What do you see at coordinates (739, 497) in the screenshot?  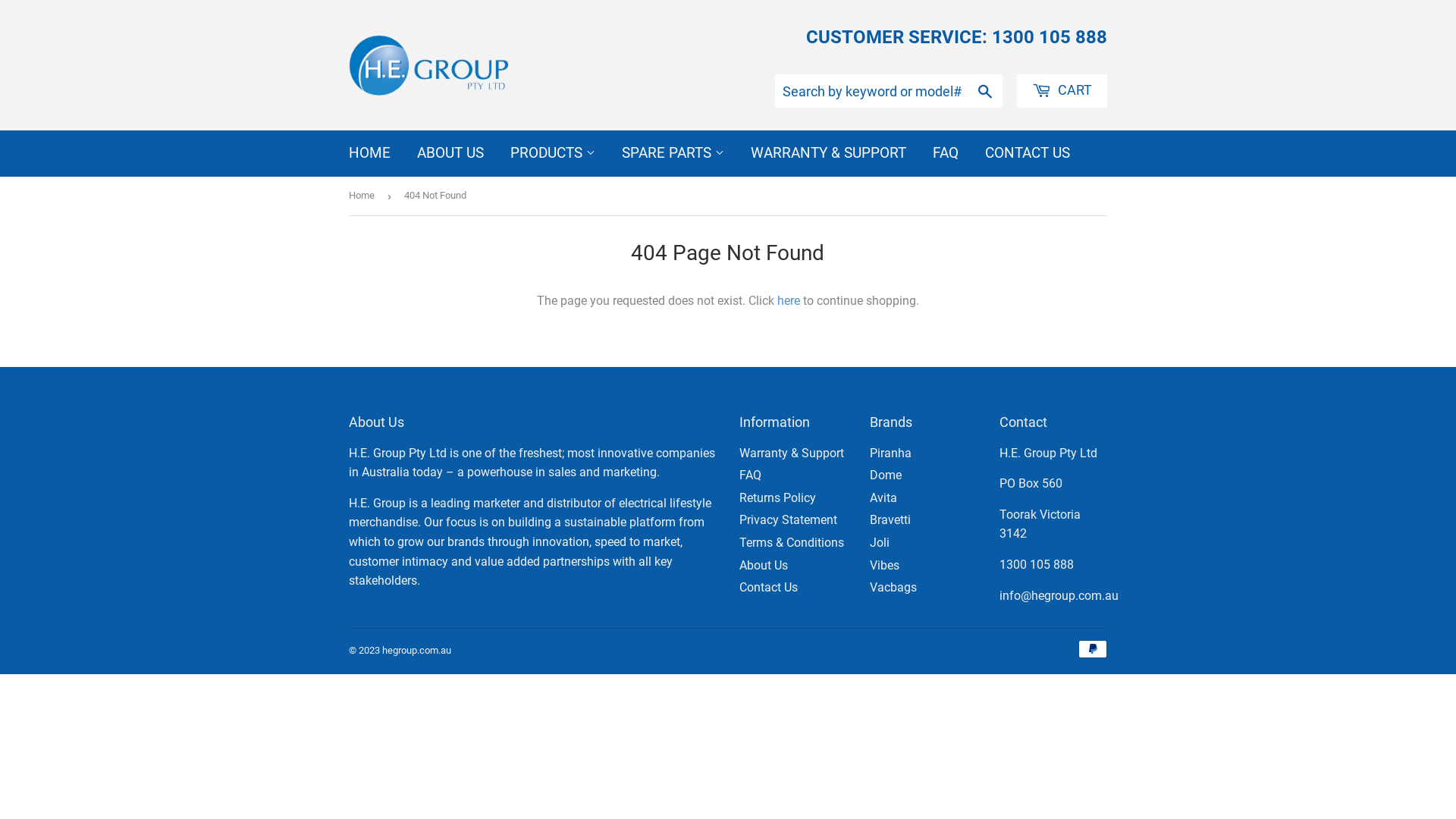 I see `'Returns Policy'` at bounding box center [739, 497].